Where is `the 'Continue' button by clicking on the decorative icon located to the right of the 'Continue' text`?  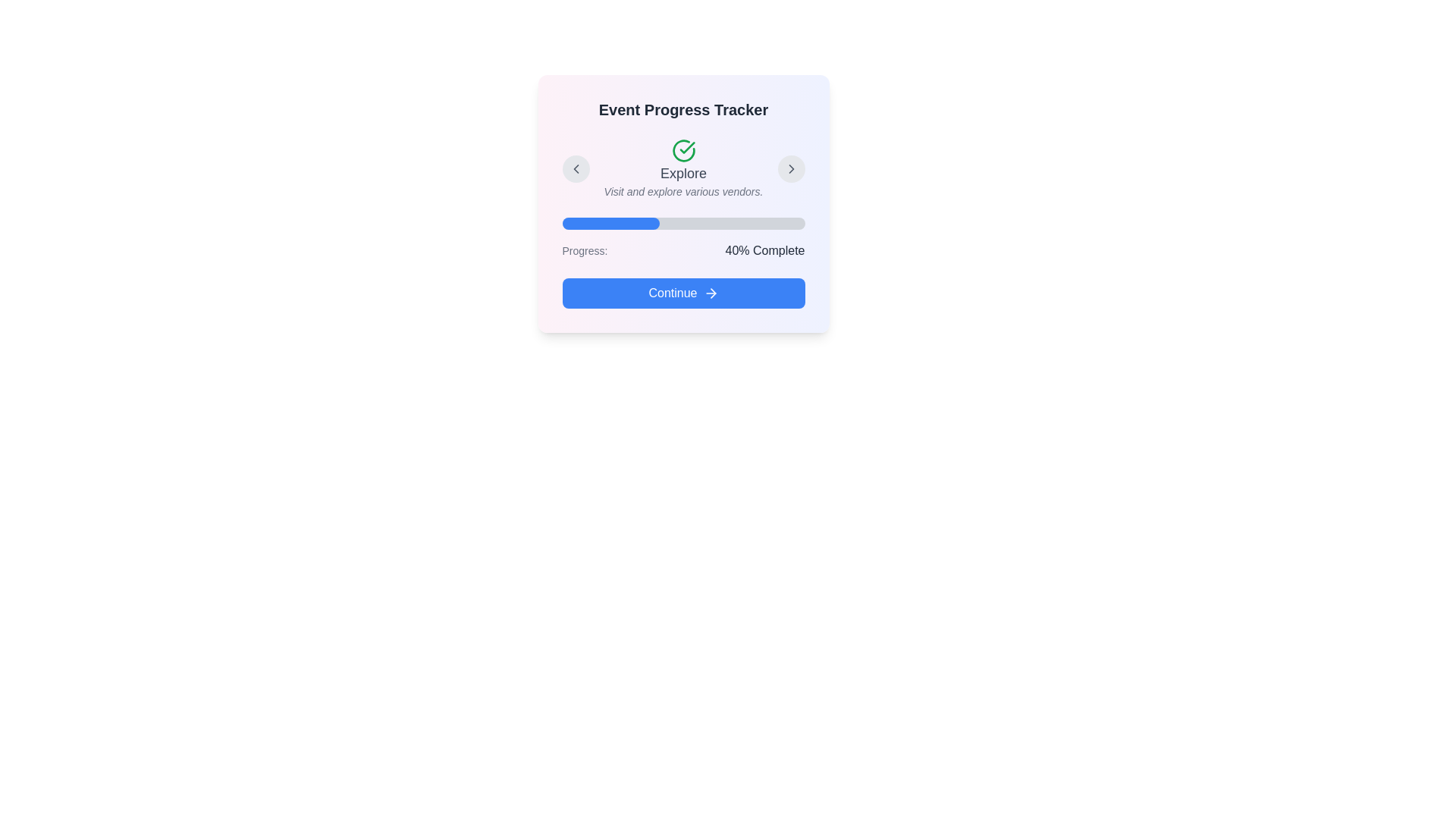
the 'Continue' button by clicking on the decorative icon located to the right of the 'Continue' text is located at coordinates (712, 293).